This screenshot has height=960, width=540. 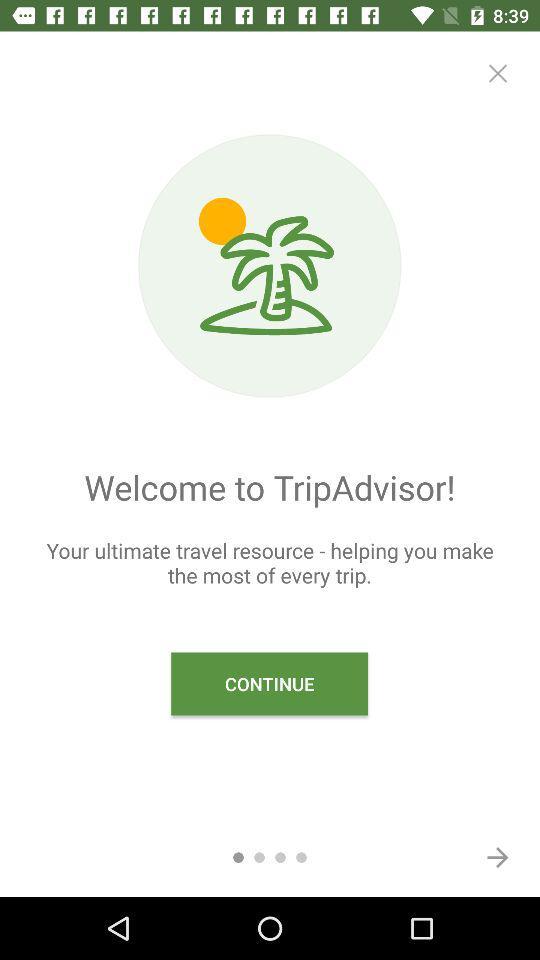 What do you see at coordinates (269, 684) in the screenshot?
I see `the continue icon` at bounding box center [269, 684].